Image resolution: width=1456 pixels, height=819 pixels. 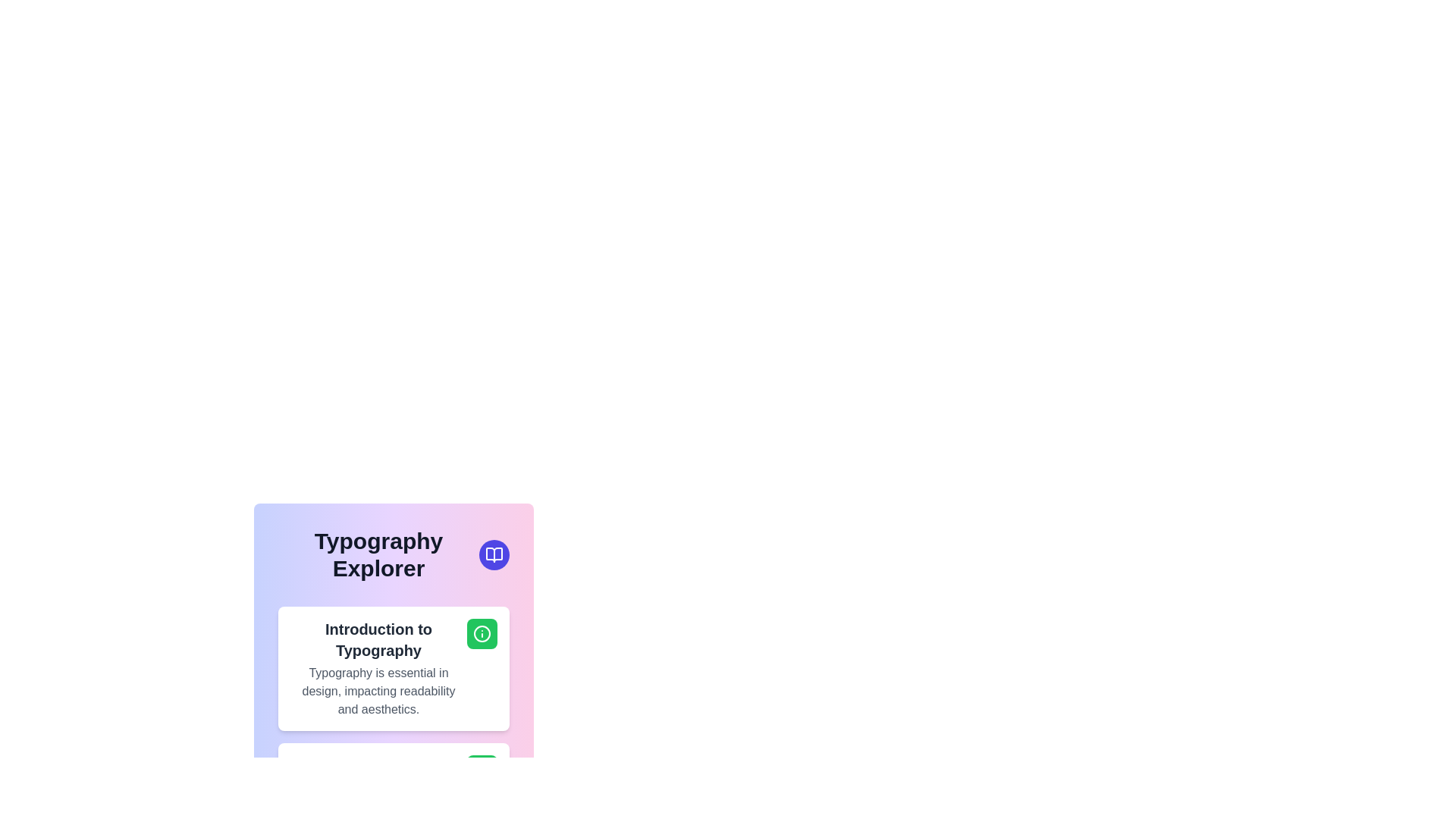 What do you see at coordinates (378, 691) in the screenshot?
I see `text block styled in gray beneath the title 'Introduction to Typography', which provides a brief explanation about typography in design` at bounding box center [378, 691].